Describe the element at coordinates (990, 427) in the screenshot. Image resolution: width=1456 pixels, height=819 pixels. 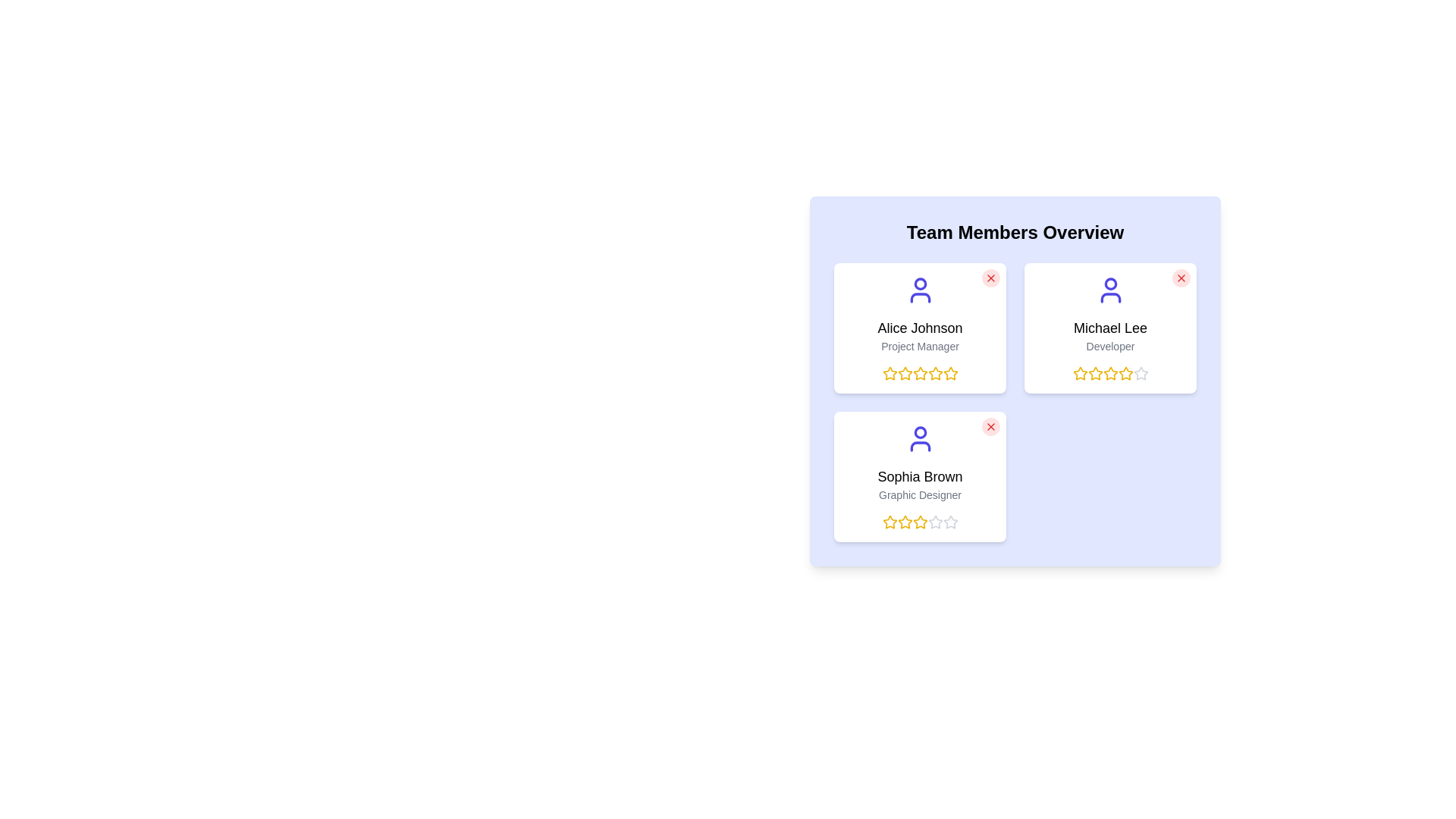
I see `close button of the team member with name Sophia Brown` at that location.